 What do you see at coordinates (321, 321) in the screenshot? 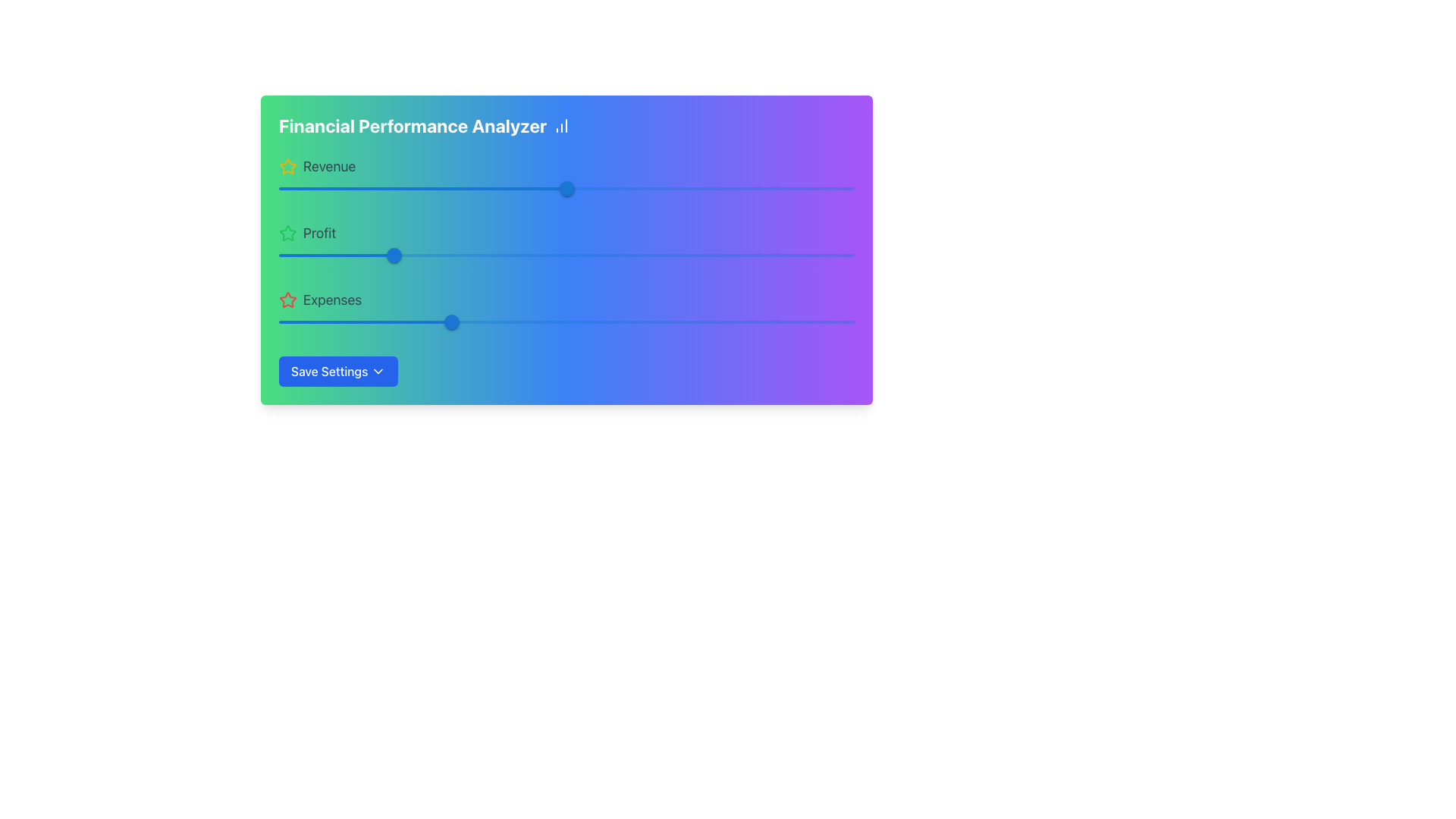
I see `the slider value` at bounding box center [321, 321].